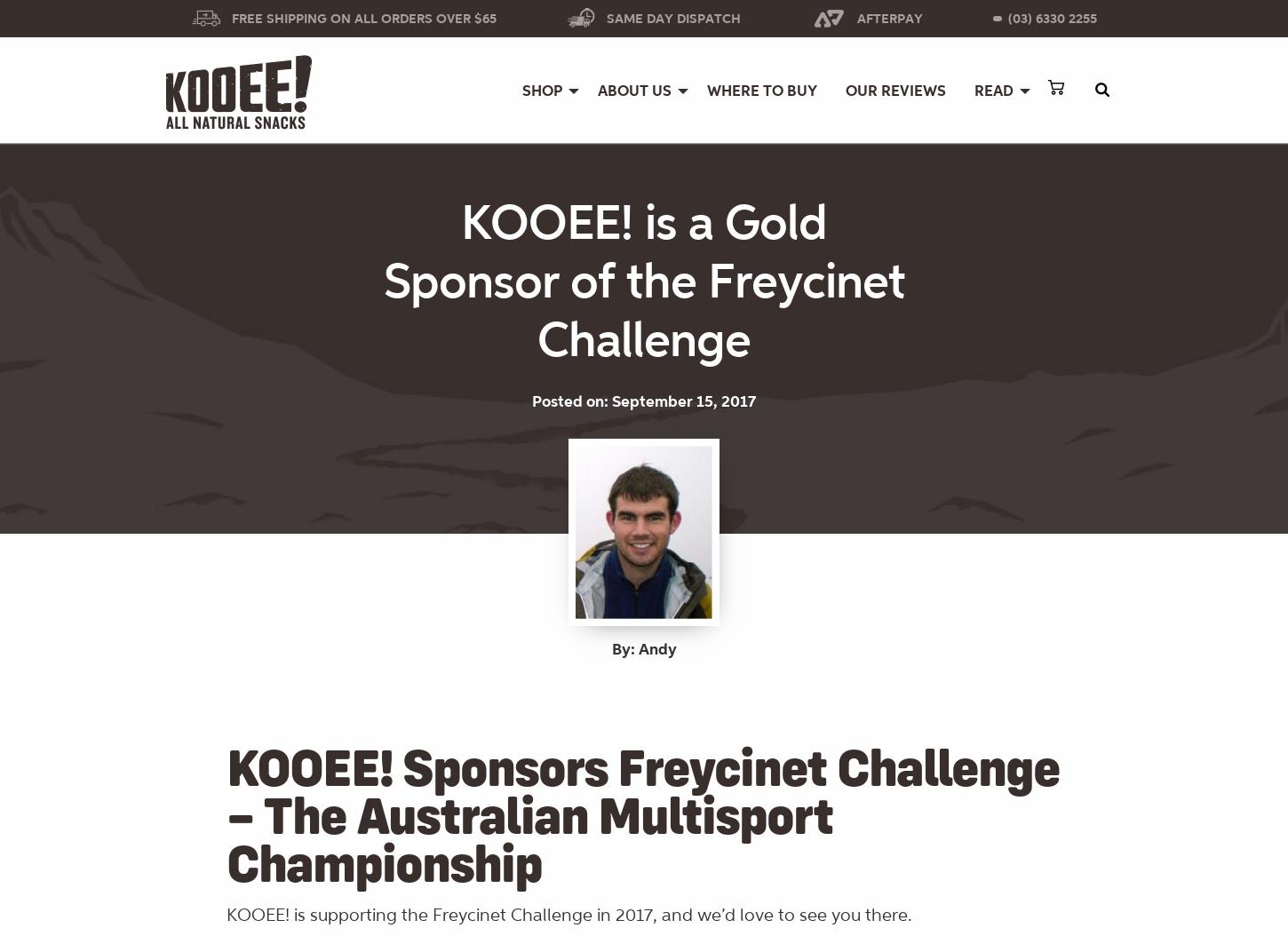  Describe the element at coordinates (641, 813) in the screenshot. I see `'KOOEE! Sponsors Freycinet Challenge – The Australian Multisport Championship'` at that location.